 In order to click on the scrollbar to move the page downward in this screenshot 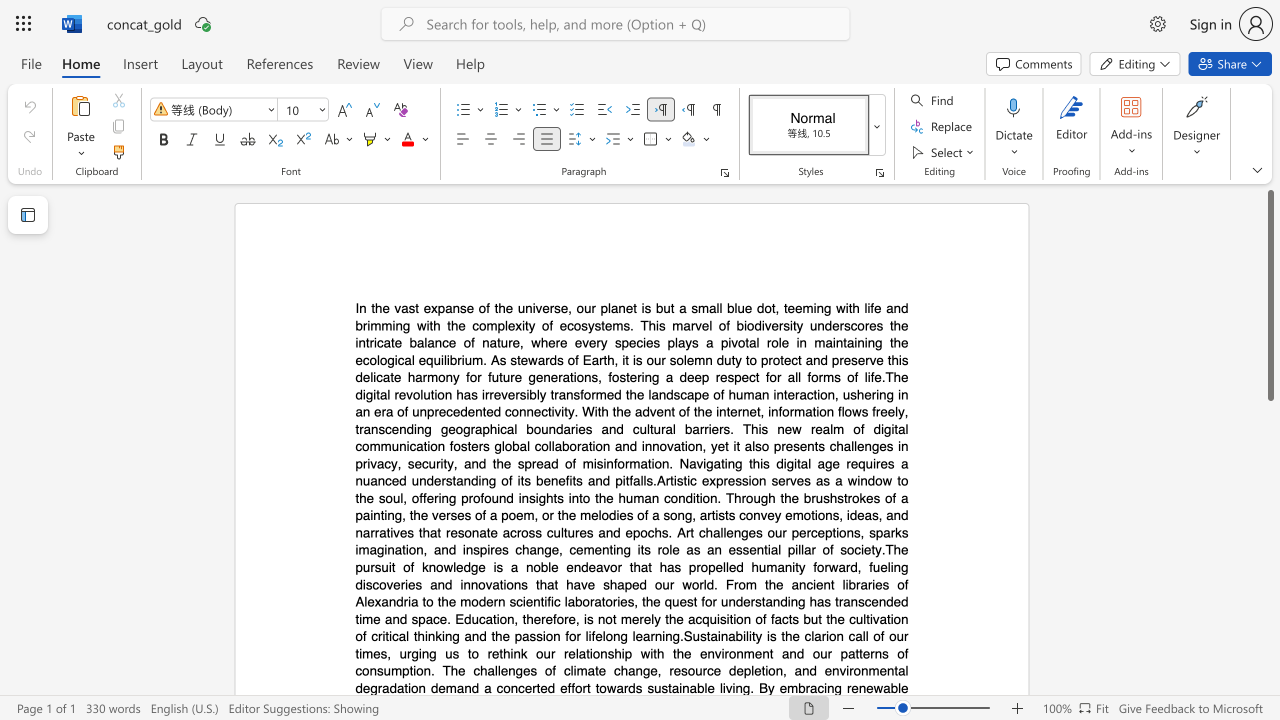, I will do `click(1269, 598)`.